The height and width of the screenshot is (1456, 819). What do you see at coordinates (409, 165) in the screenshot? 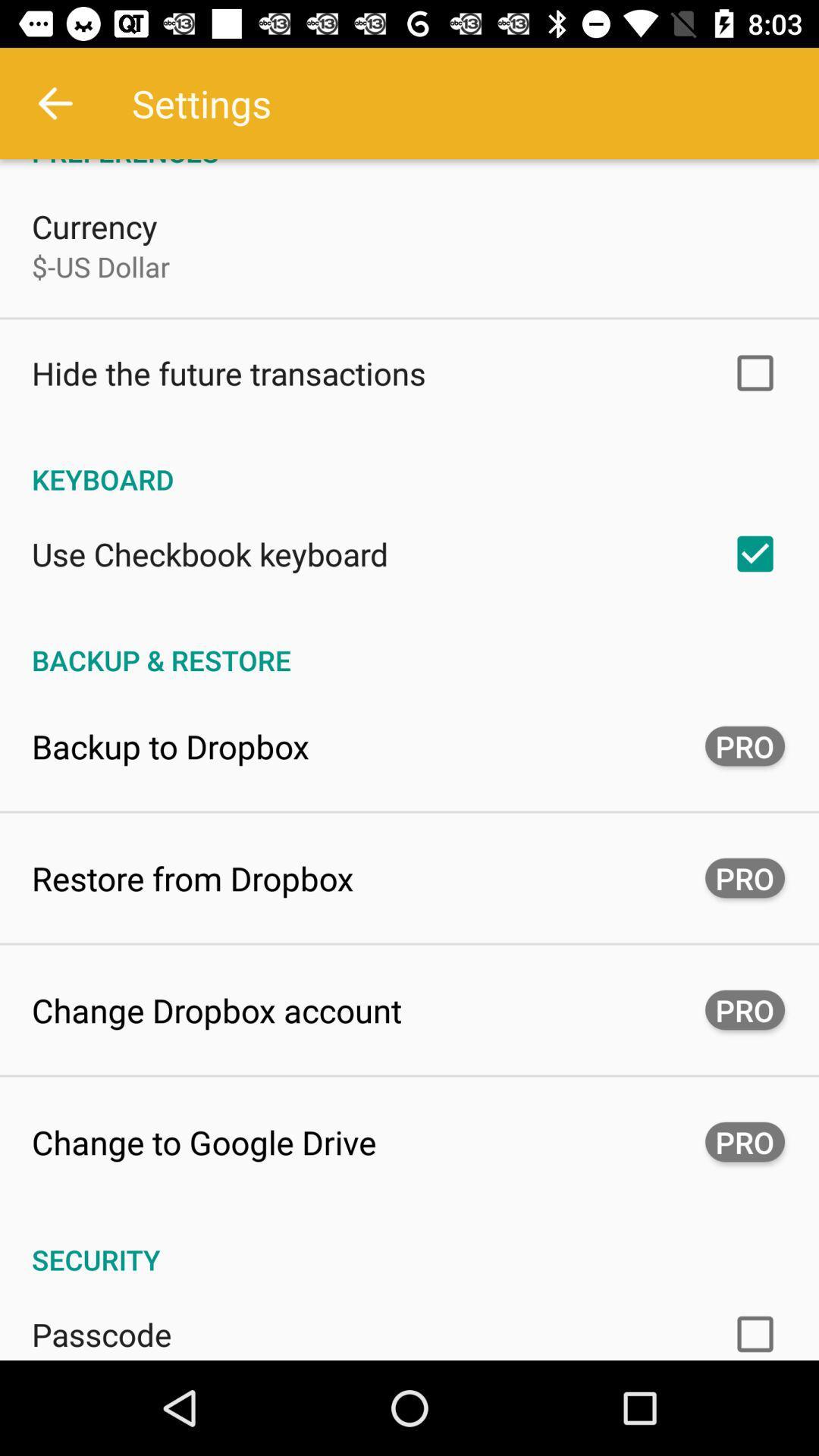
I see `the preferences app` at bounding box center [409, 165].